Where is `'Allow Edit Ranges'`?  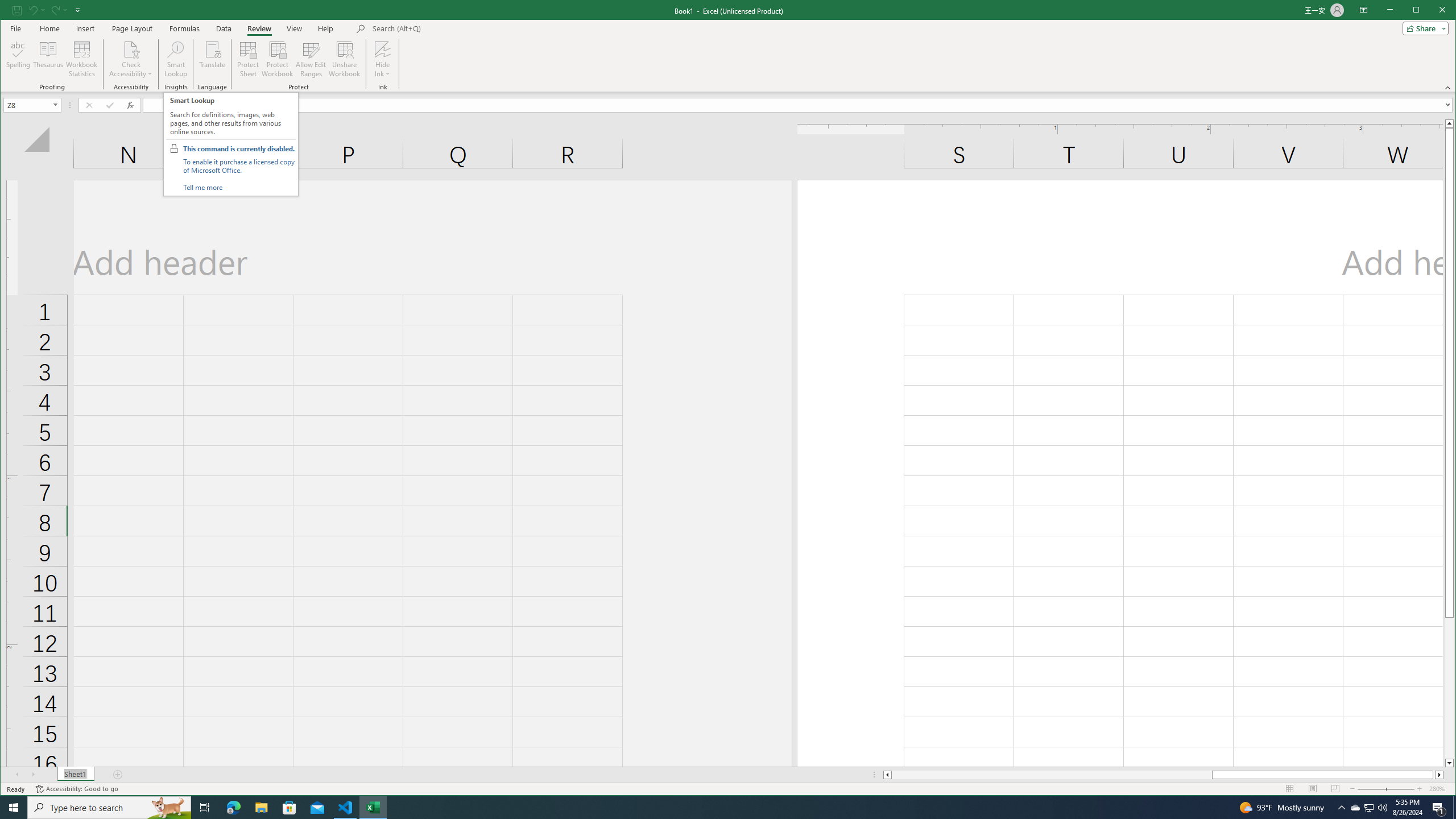 'Allow Edit Ranges' is located at coordinates (311, 59).